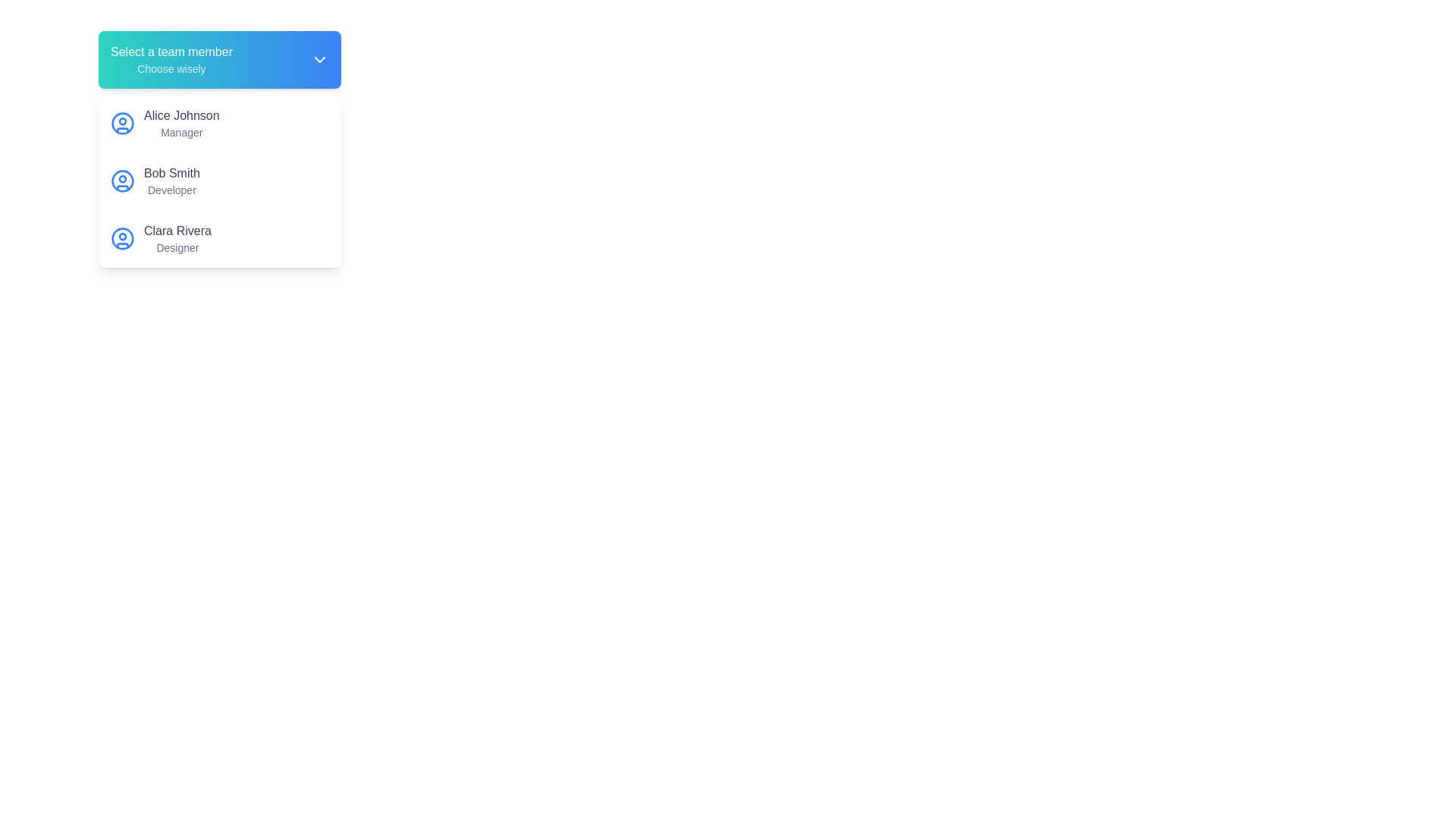 This screenshot has height=819, width=1456. Describe the element at coordinates (123, 122) in the screenshot. I see `the icon associated with 'Alice Johnson - Manager' by targeting the blue outlined circular SVG element next to it` at that location.